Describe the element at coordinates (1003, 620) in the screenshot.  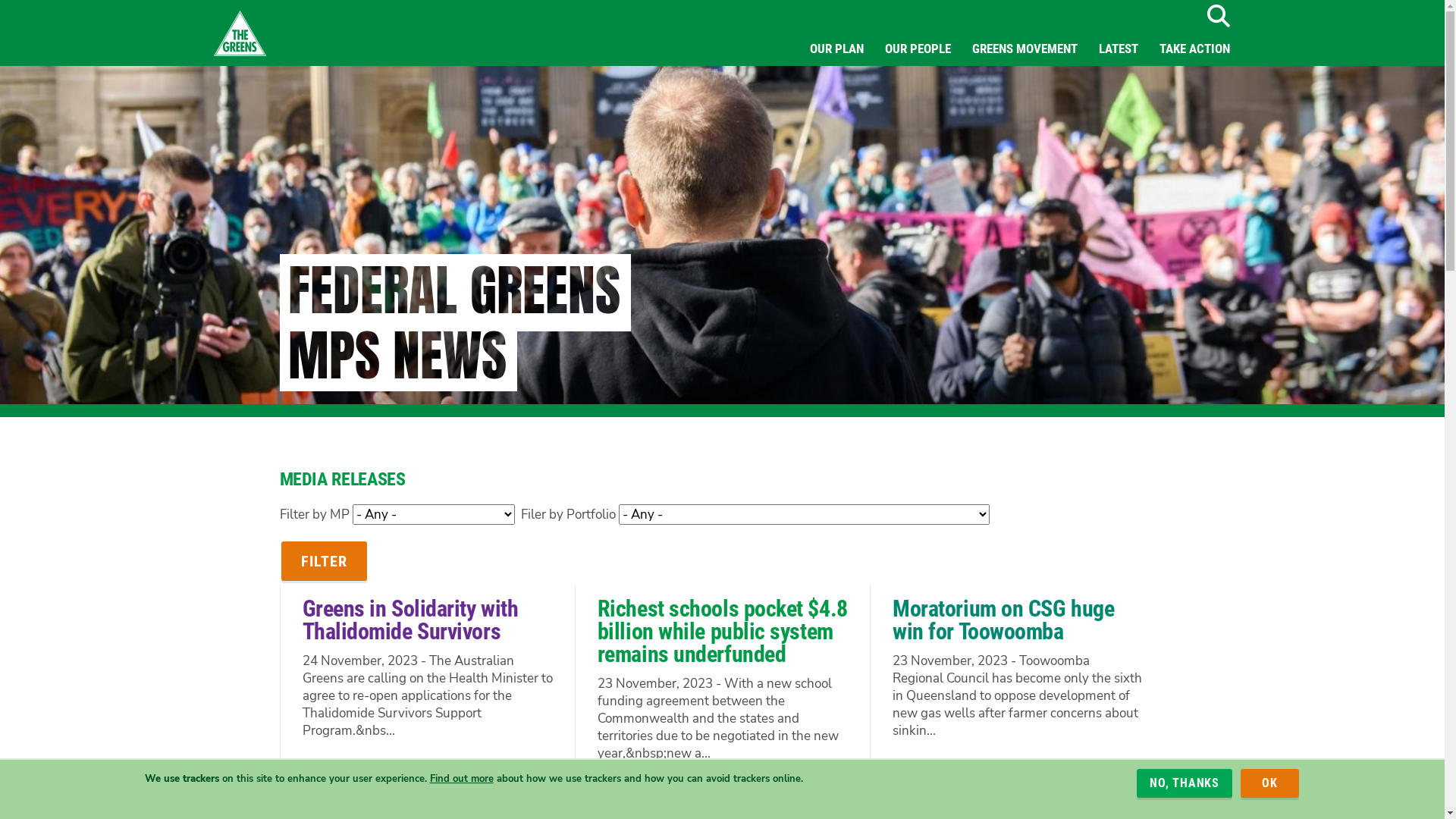
I see `'Moratorium on CSG huge win for Toowoomba'` at that location.